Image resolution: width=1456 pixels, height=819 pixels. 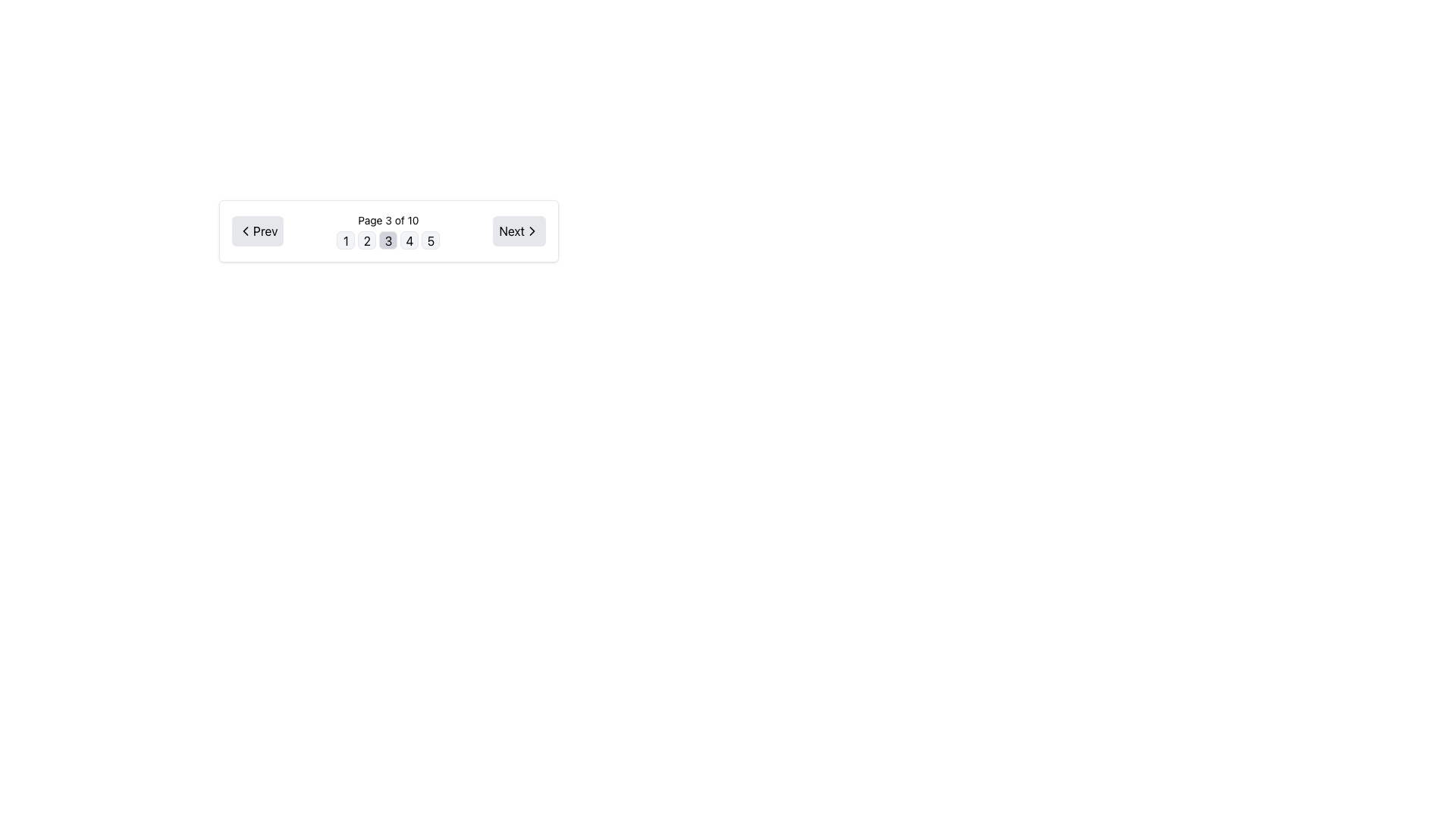 What do you see at coordinates (388, 239) in the screenshot?
I see `the non-interactive pagination indicator displaying the number '3', which is part of a series of five boxes for page navigation` at bounding box center [388, 239].